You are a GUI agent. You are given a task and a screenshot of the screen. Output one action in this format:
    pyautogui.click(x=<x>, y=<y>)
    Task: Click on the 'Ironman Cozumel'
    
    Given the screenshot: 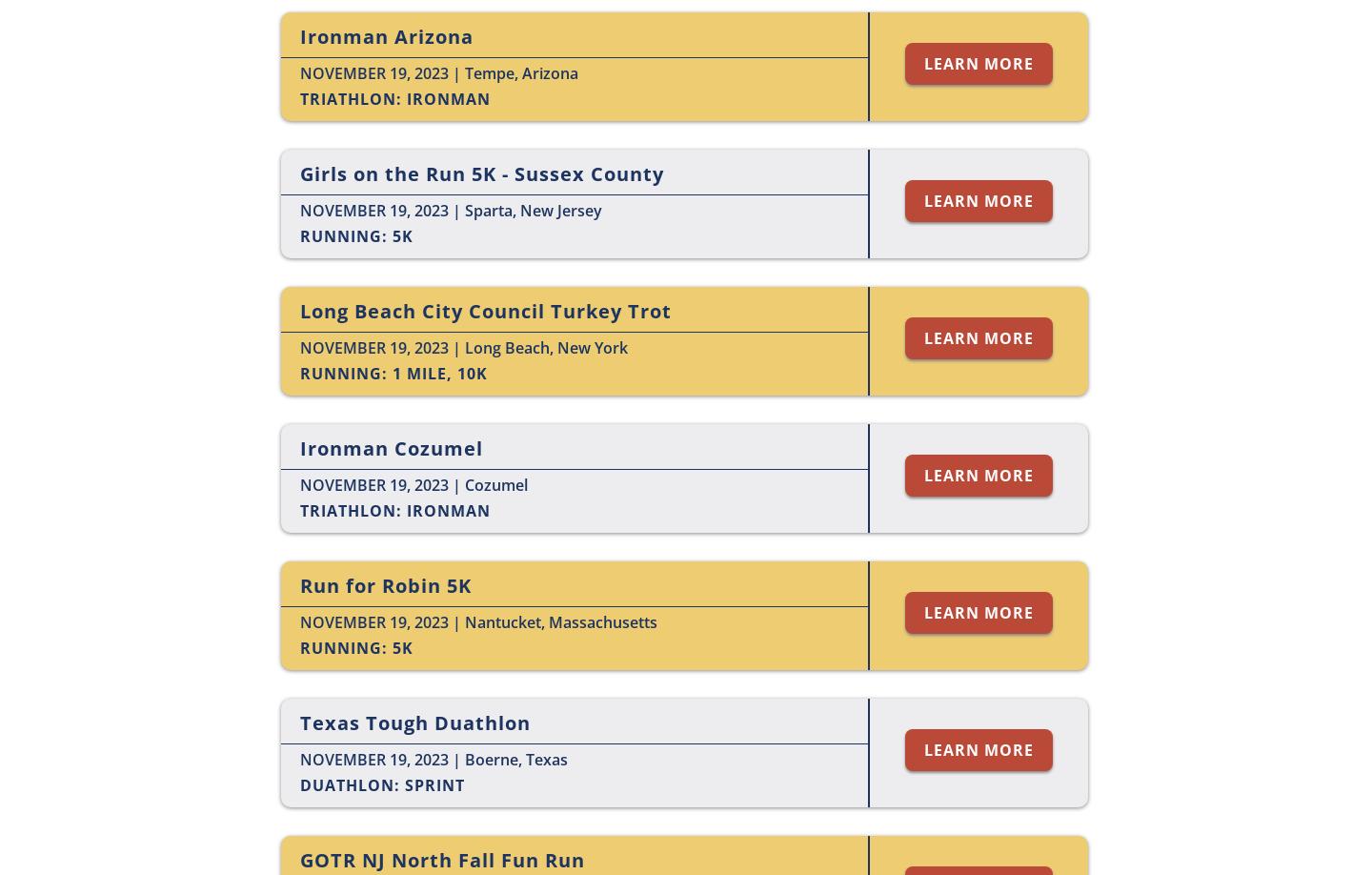 What is the action you would take?
    pyautogui.click(x=390, y=448)
    